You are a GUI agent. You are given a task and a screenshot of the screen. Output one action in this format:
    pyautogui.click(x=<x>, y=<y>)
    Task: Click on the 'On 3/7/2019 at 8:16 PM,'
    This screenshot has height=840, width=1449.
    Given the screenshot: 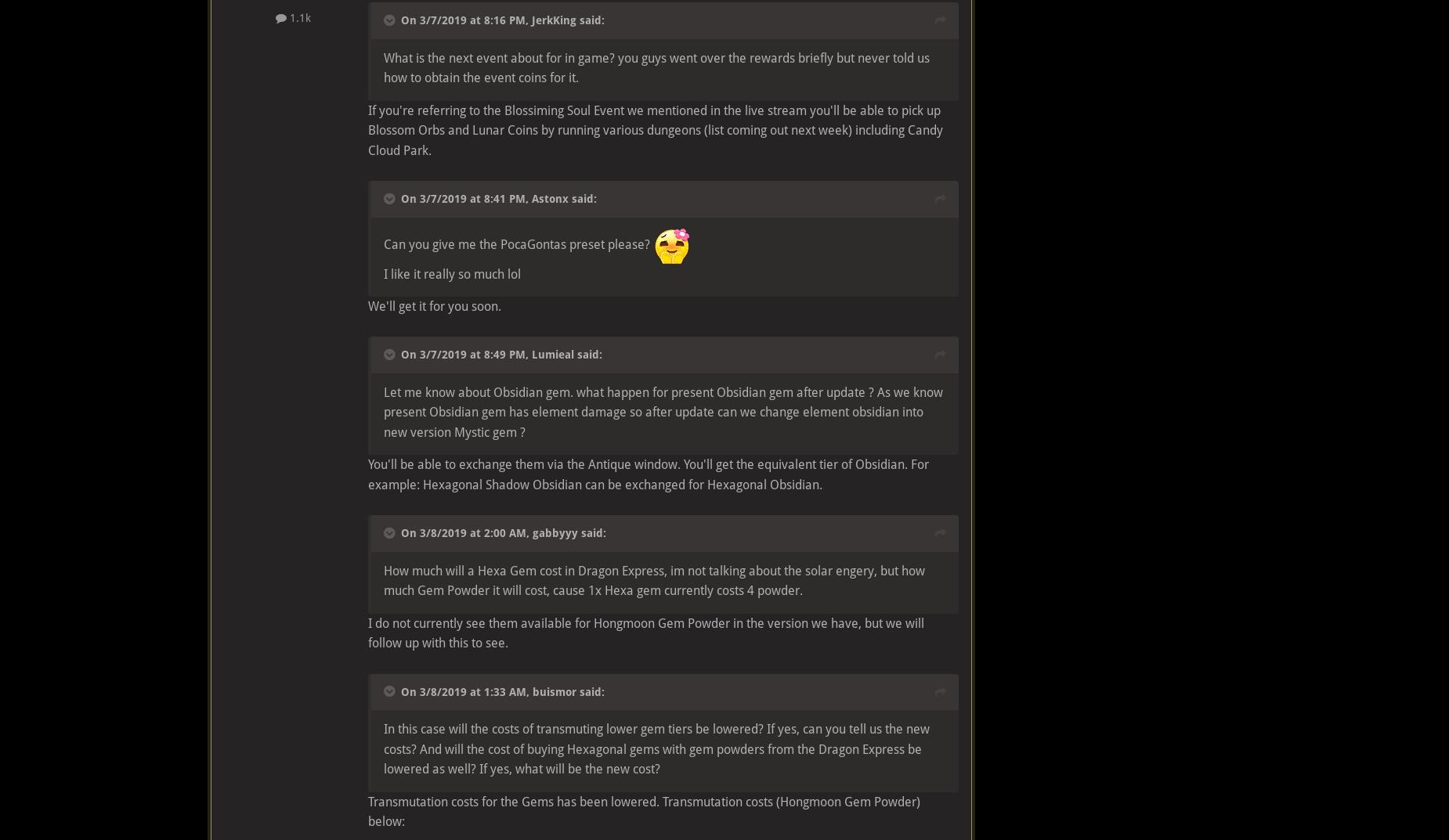 What is the action you would take?
    pyautogui.click(x=466, y=19)
    